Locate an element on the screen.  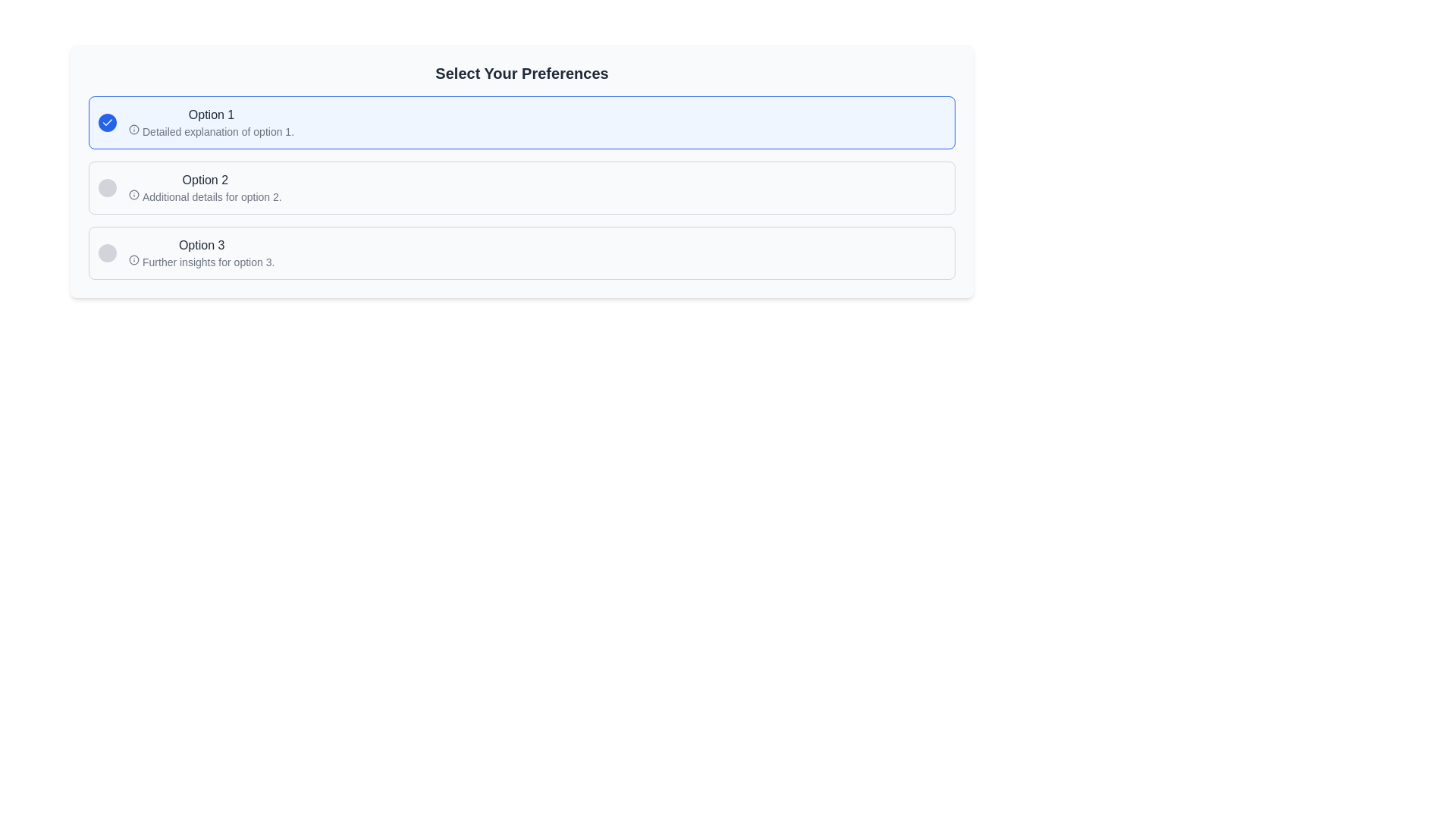
the radio button labeled 'Option 3' is located at coordinates (522, 253).